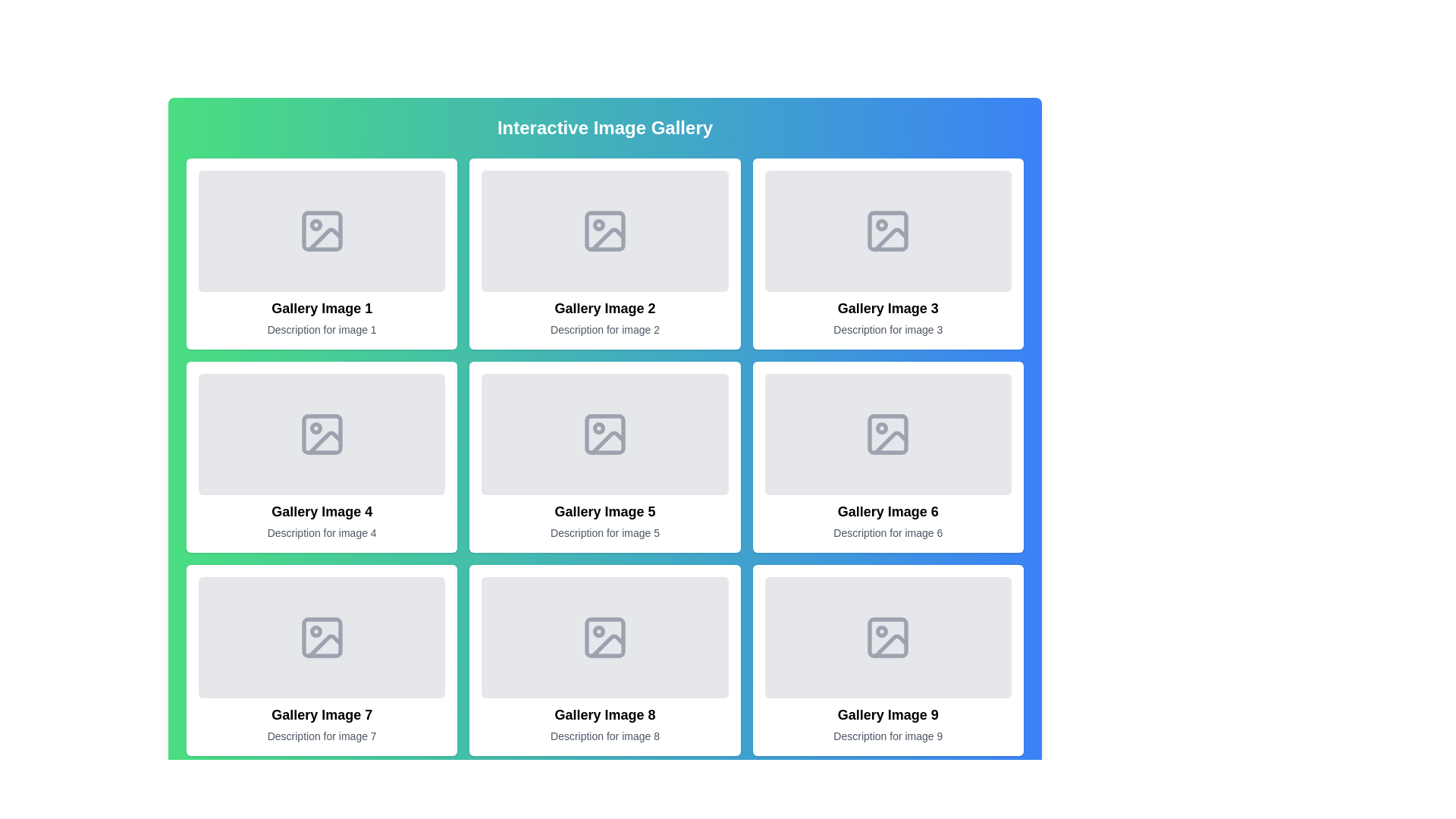  What do you see at coordinates (604, 435) in the screenshot?
I see `the icon resembling a stylized image placeholder located in the fifth box labeled 'Gallery Image 5' in the grid layout of the image gallery` at bounding box center [604, 435].